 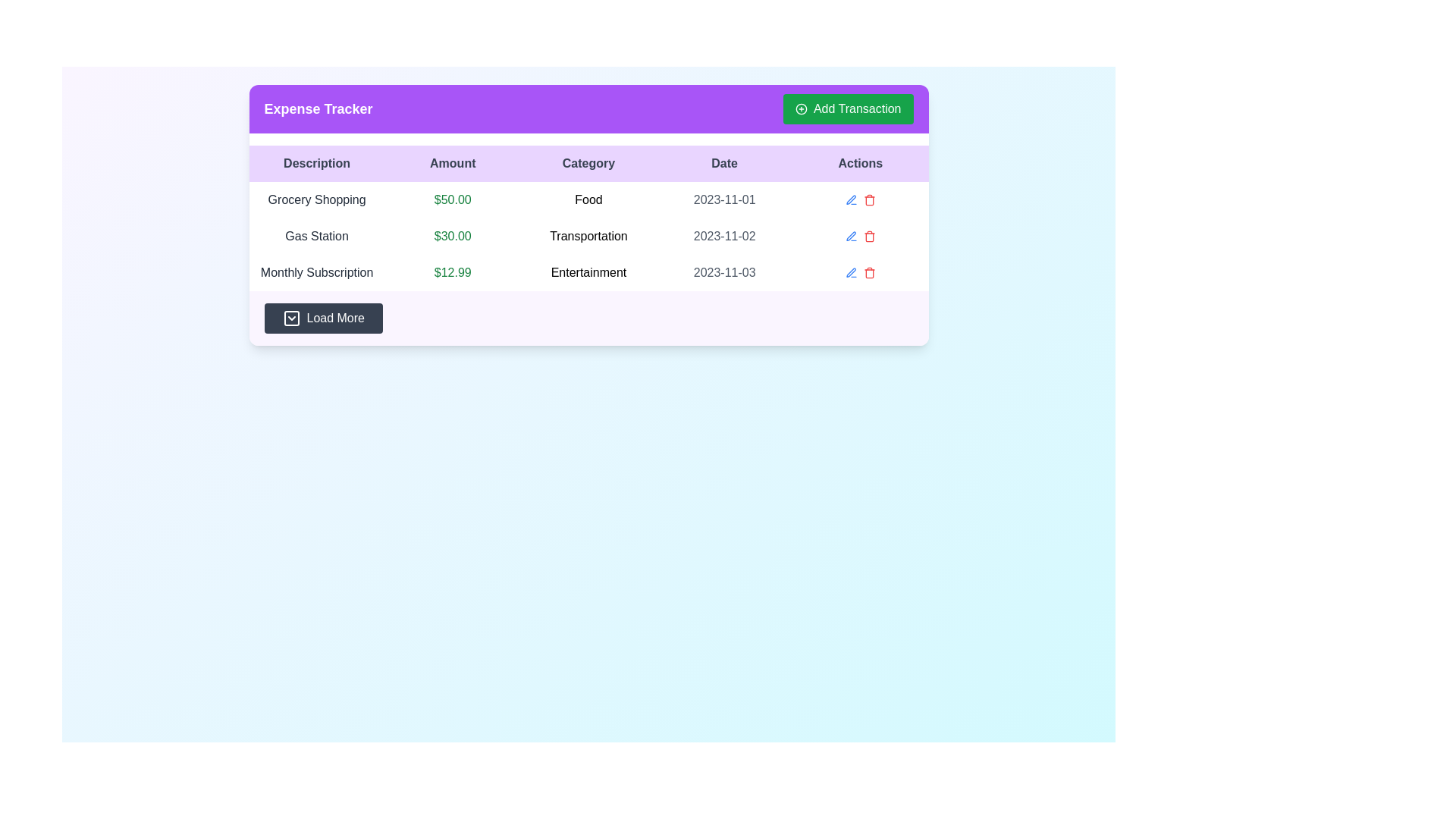 I want to click on the background frame of the dropdown icon within the 'Load More' button located at the bottom of the expenses table, so click(x=291, y=318).